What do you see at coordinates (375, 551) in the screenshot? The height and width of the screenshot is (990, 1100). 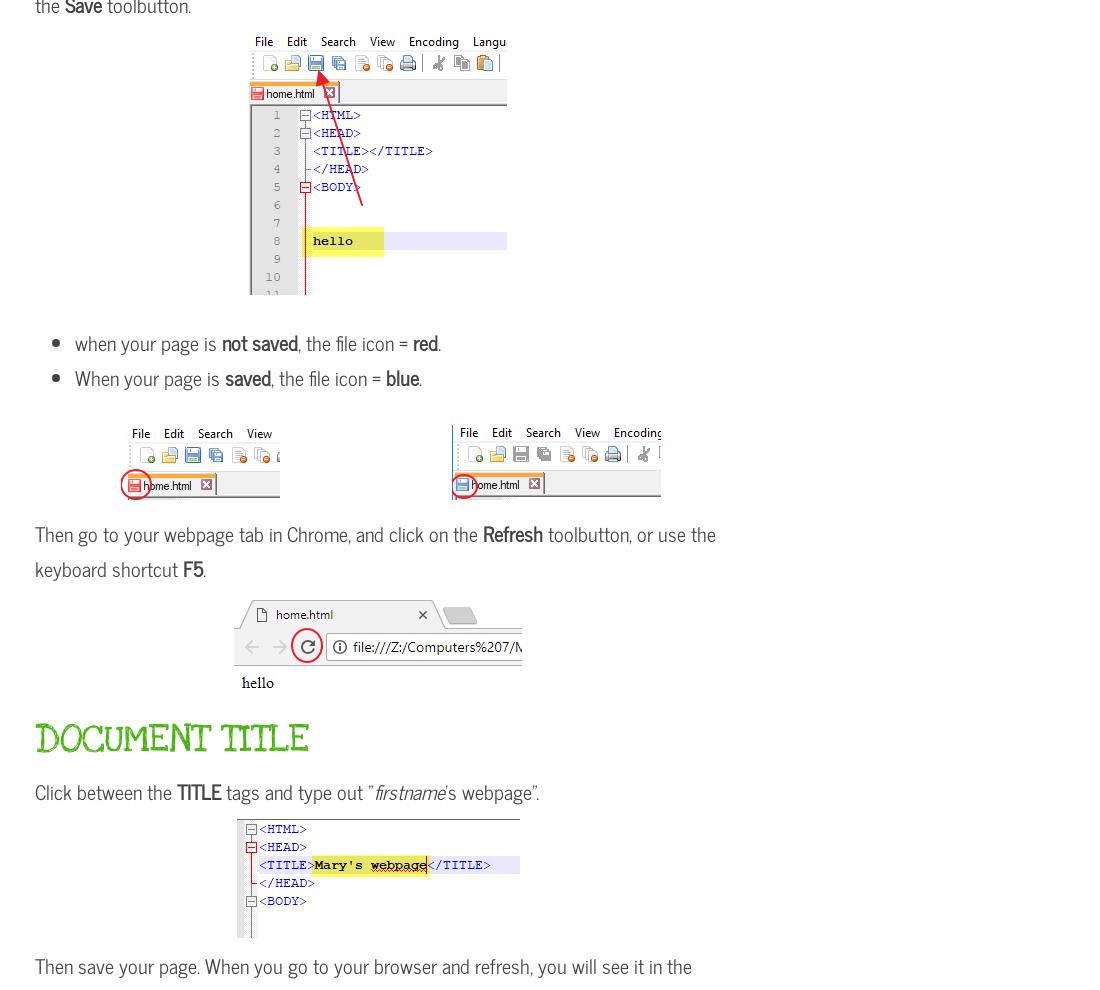 I see `'toolbutton, or use the keyboard shortcut'` at bounding box center [375, 551].